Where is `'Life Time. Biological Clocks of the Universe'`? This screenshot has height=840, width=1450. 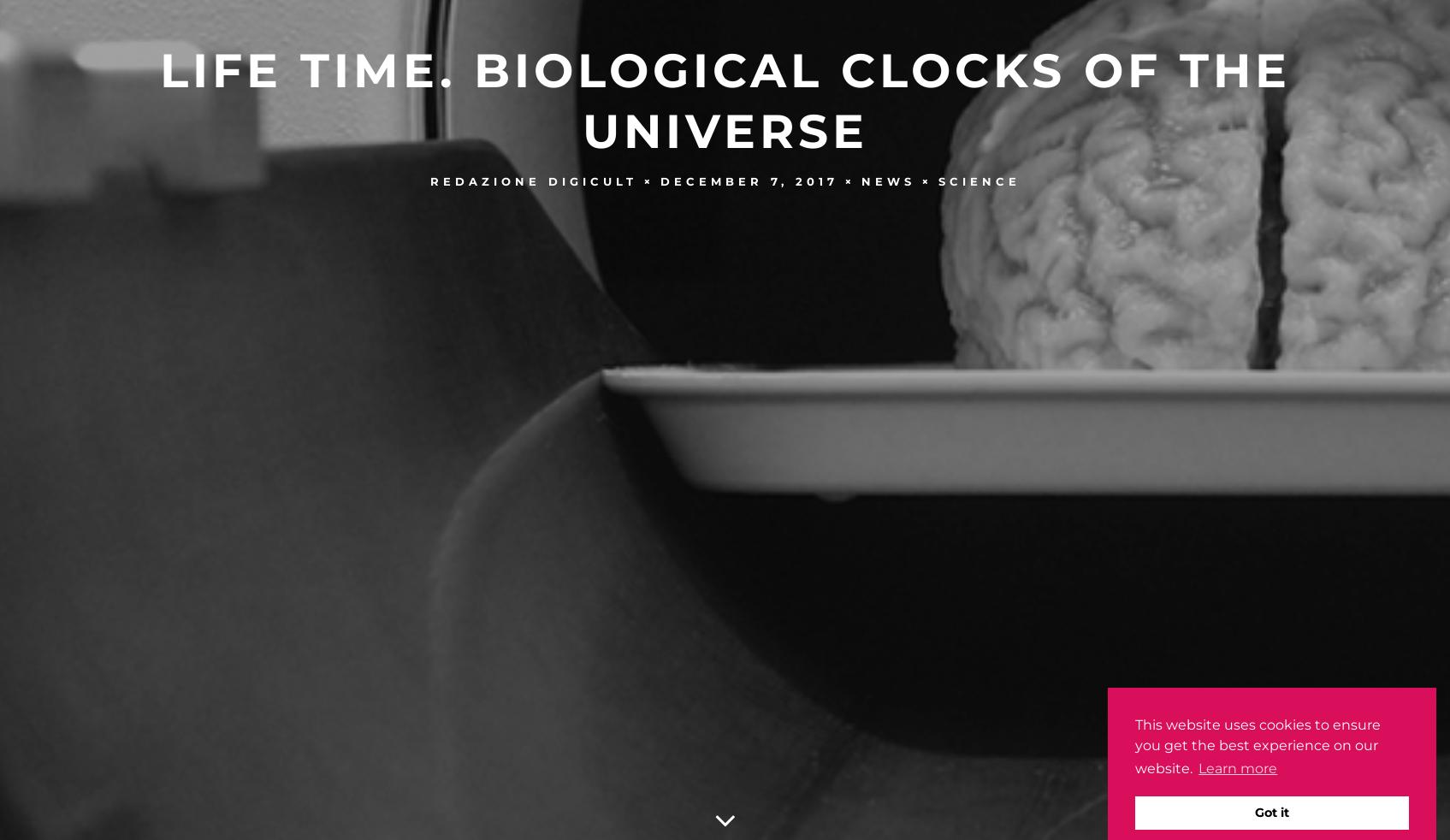 'Life Time. Biological Clocks of the Universe' is located at coordinates (158, 98).